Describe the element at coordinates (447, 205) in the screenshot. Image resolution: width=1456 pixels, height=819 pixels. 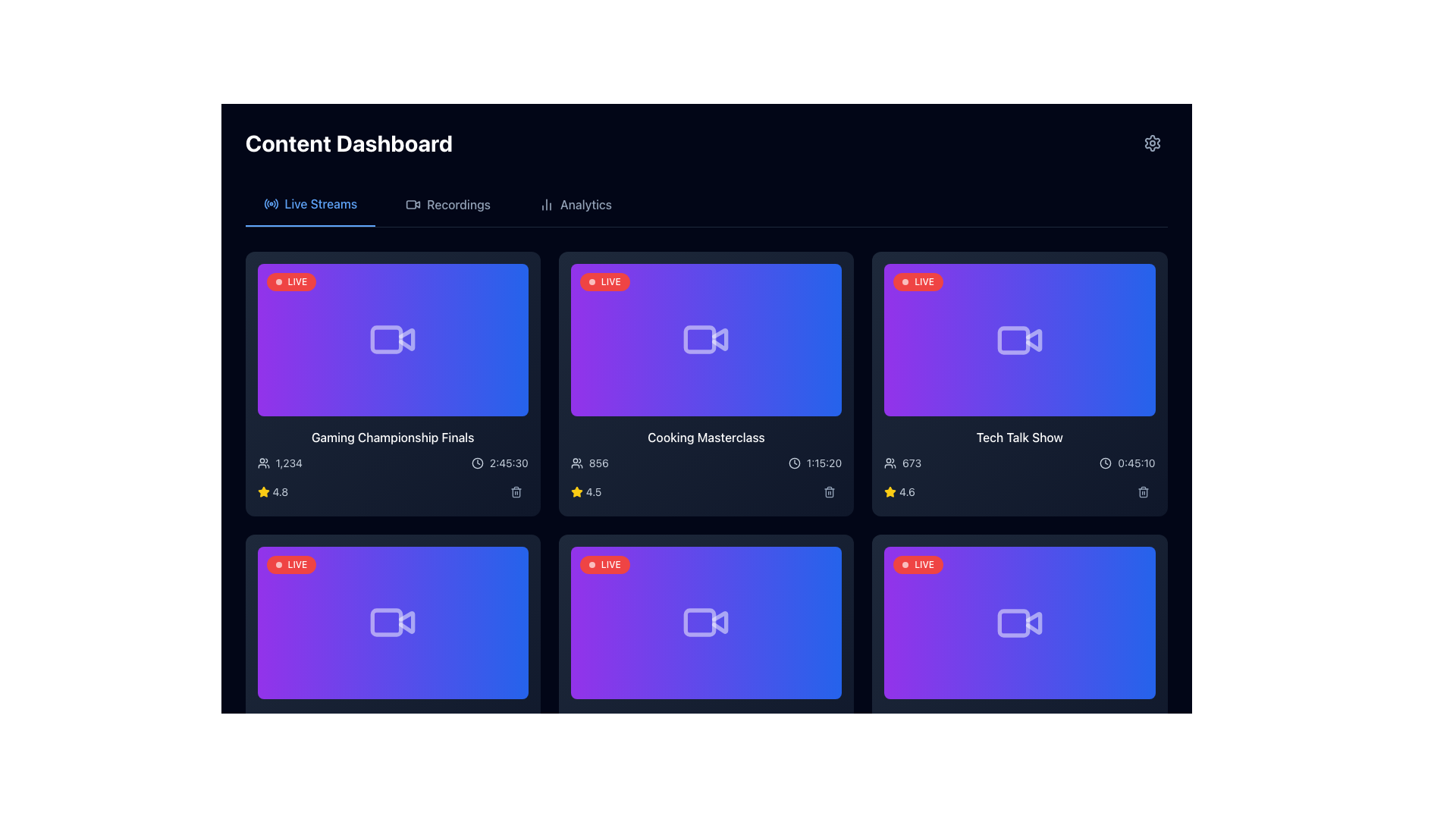
I see `the 'Recordings' navigation button using tab navigation` at that location.